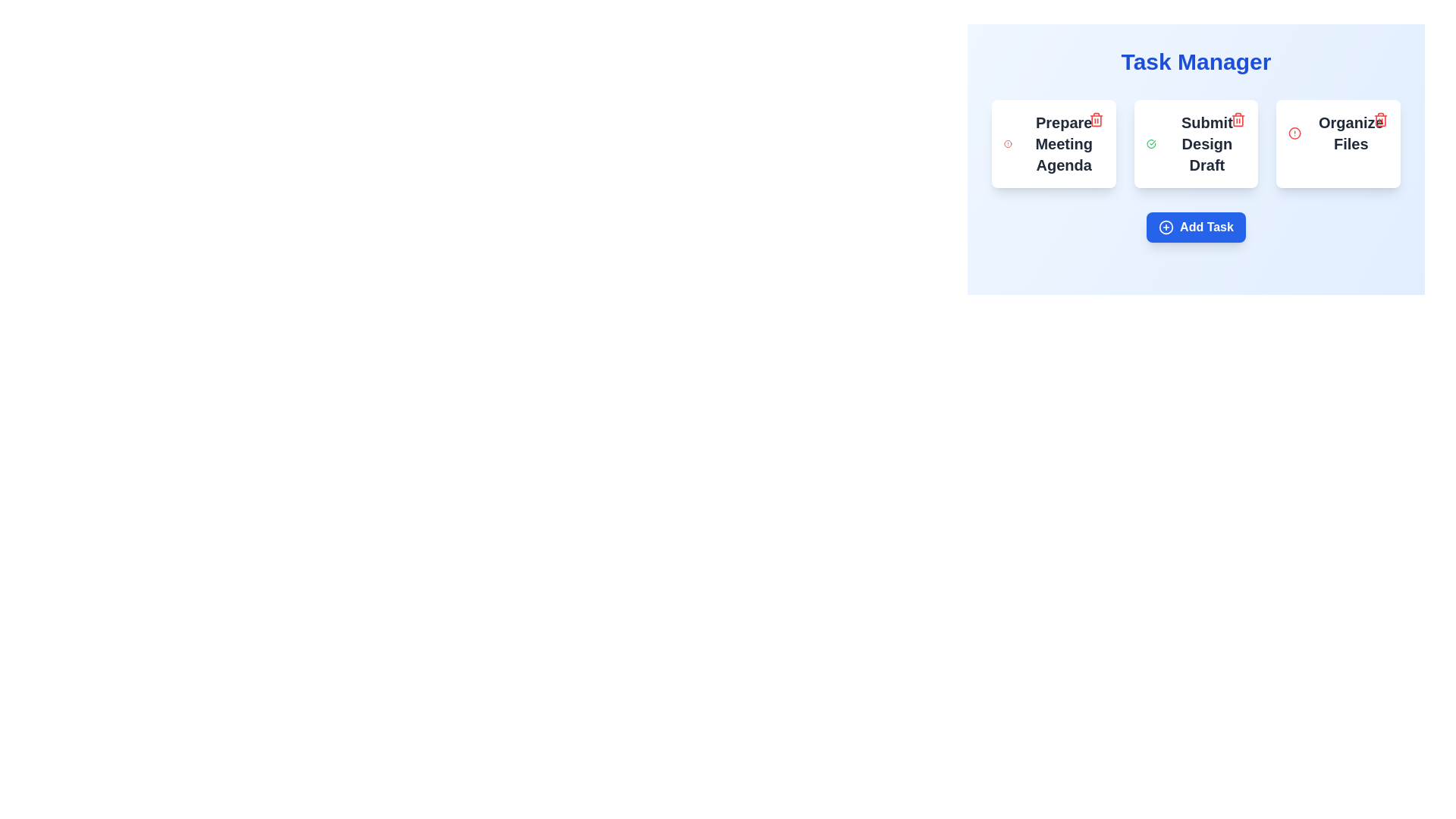 This screenshot has width=1456, height=819. Describe the element at coordinates (1294, 133) in the screenshot. I see `the circular alert icon with a red border located within the 'Prepare Meeting Agenda' task card in the top-left corner of the task manager interface` at that location.